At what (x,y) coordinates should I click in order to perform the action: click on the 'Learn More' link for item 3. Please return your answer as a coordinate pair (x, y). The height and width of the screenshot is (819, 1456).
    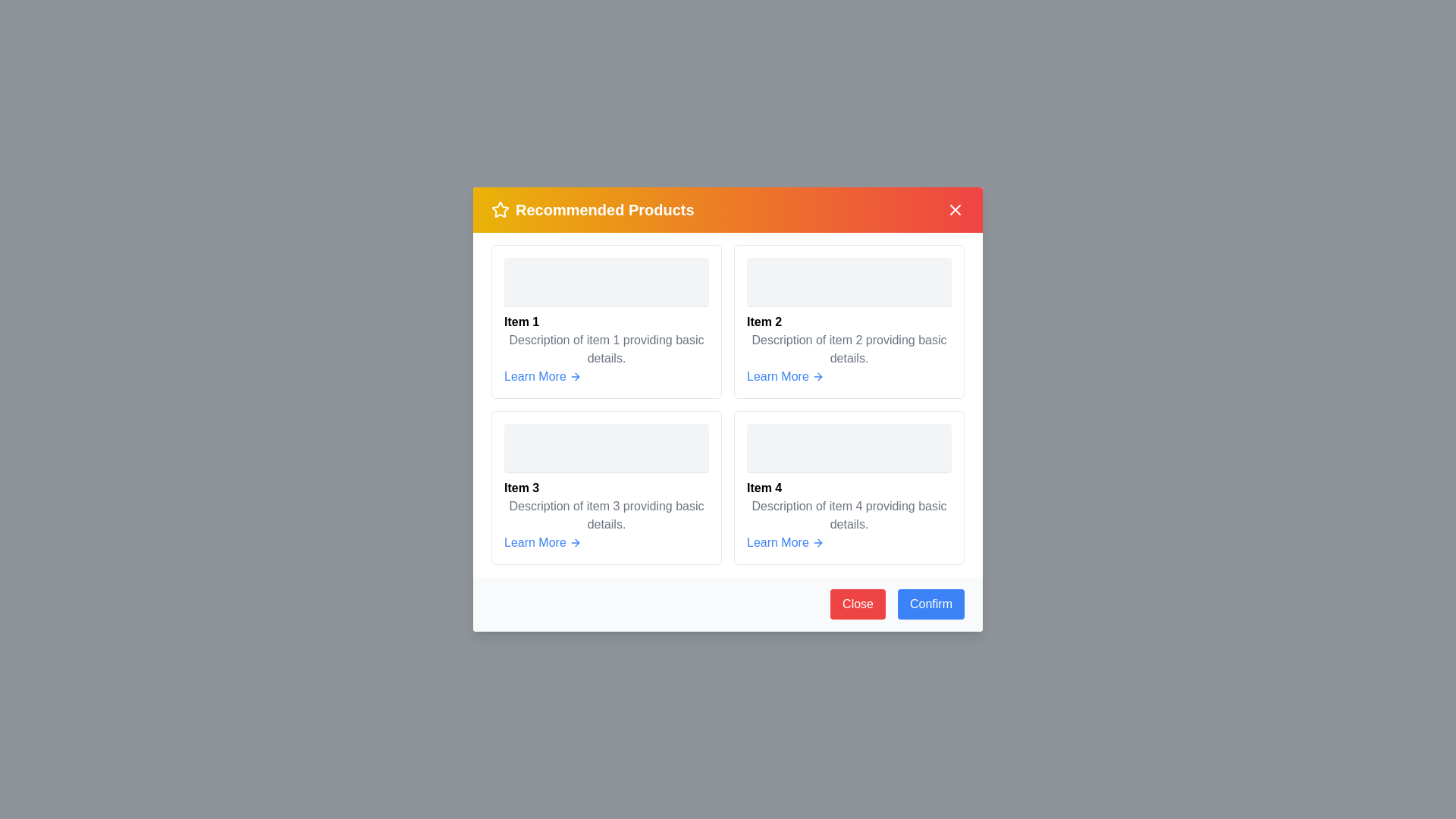
    Looking at the image, I should click on (542, 542).